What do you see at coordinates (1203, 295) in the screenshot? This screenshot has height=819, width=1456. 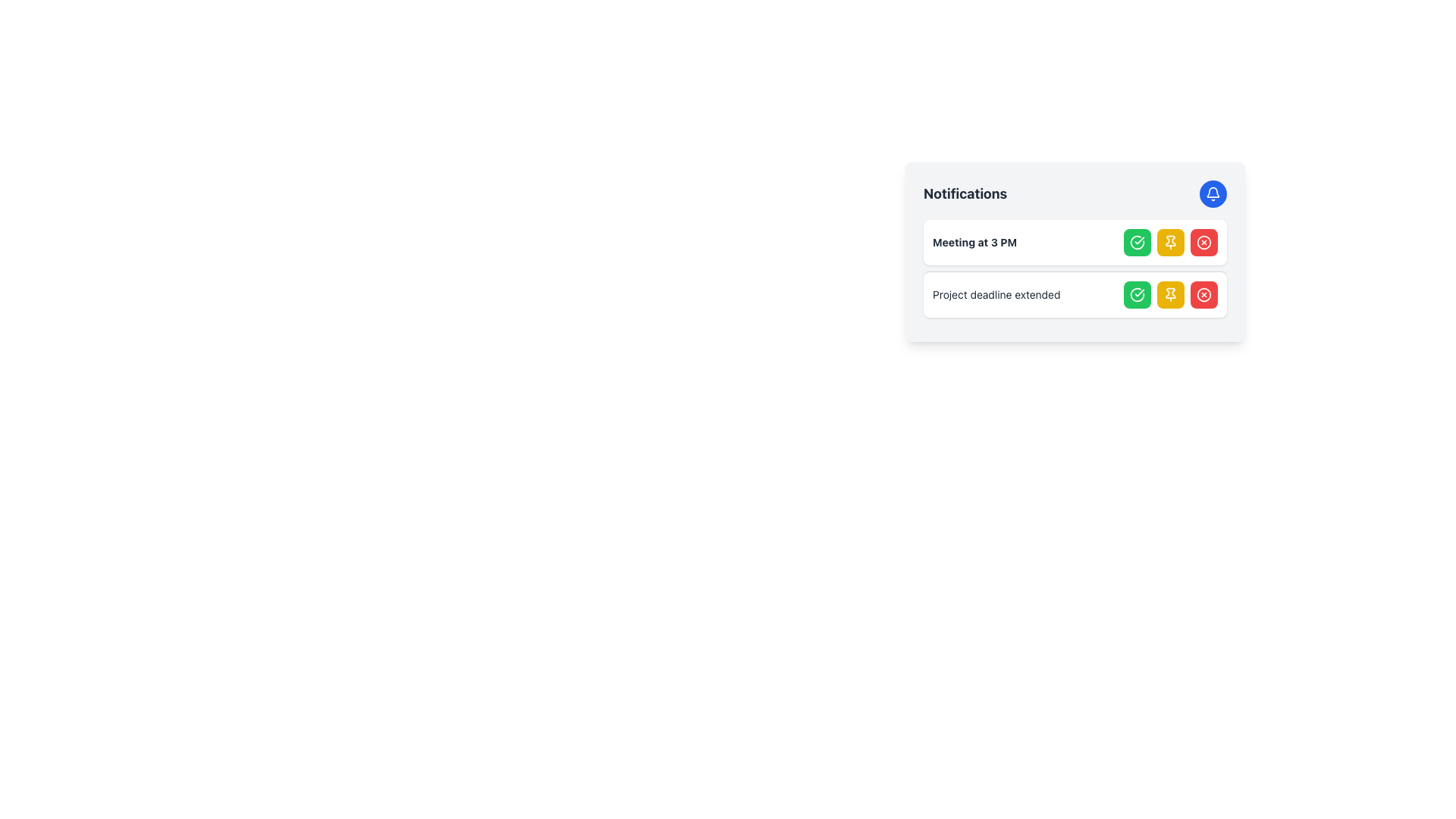 I see `the rightmost button in the second horizontal row of the notification section` at bounding box center [1203, 295].